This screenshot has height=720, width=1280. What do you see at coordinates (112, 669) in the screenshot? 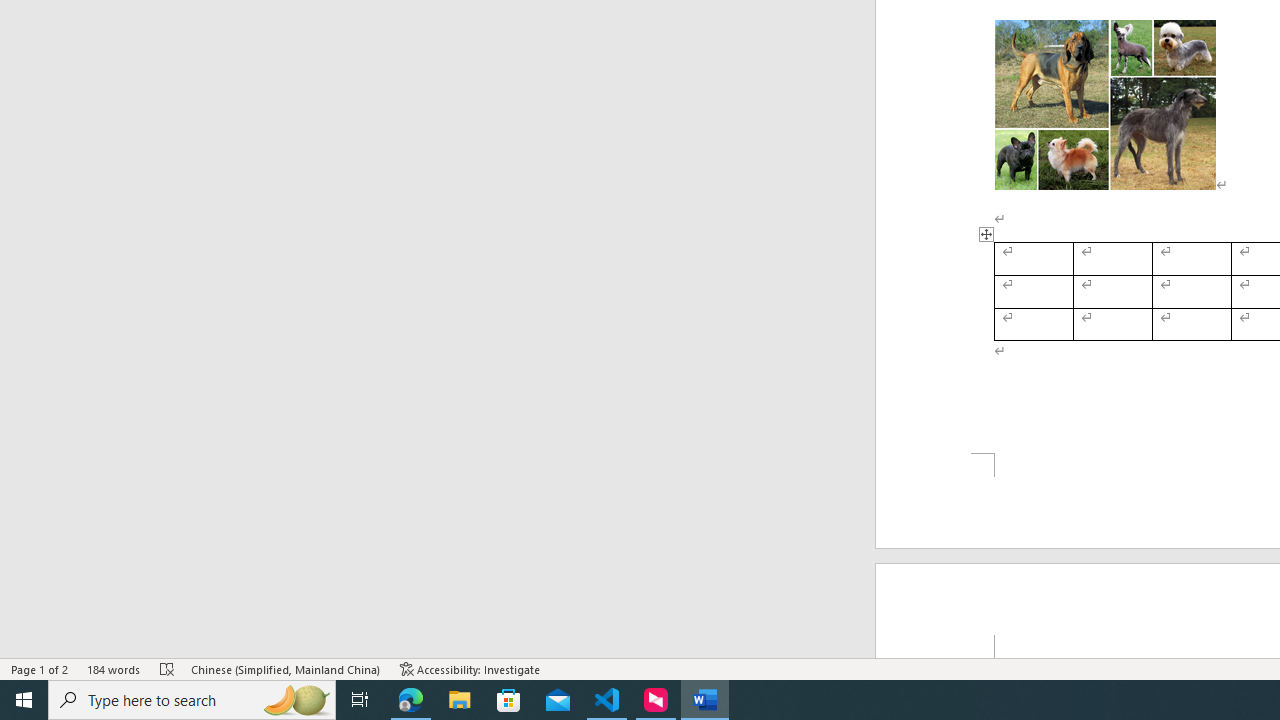
I see `'Word Count 184 words'` at bounding box center [112, 669].